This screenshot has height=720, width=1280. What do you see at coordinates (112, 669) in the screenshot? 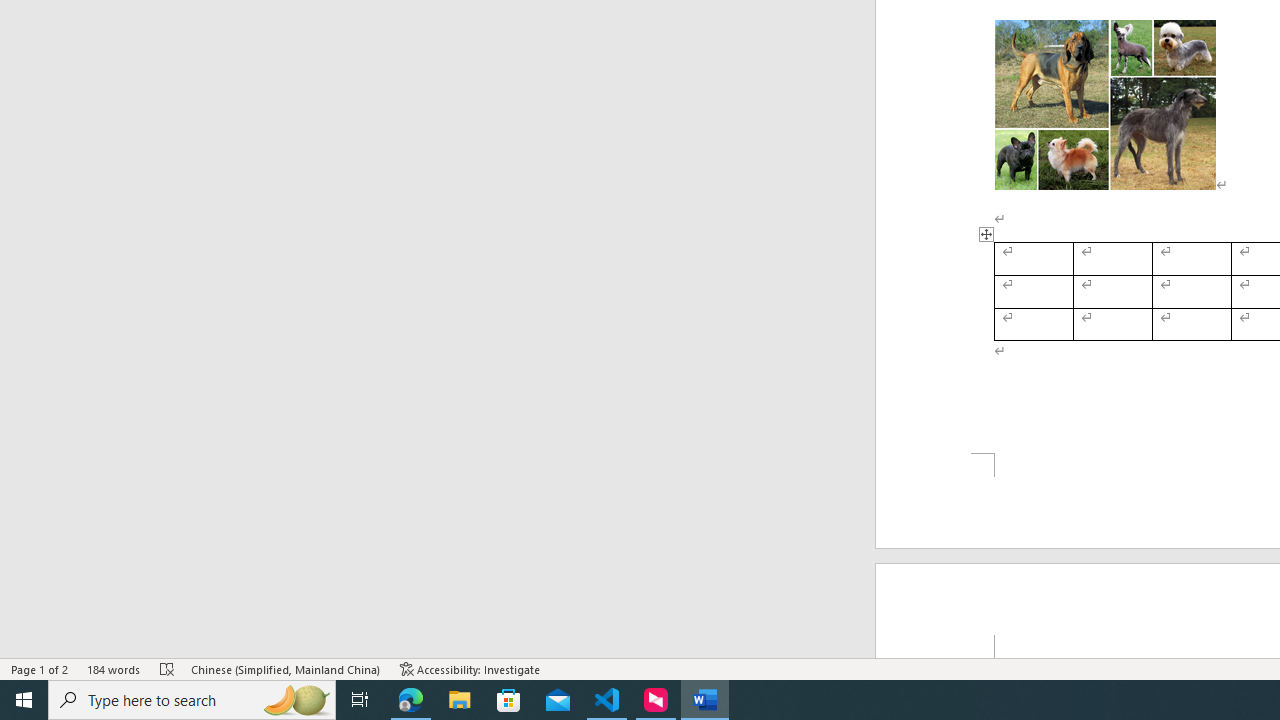
I see `'Word Count 184 words'` at bounding box center [112, 669].